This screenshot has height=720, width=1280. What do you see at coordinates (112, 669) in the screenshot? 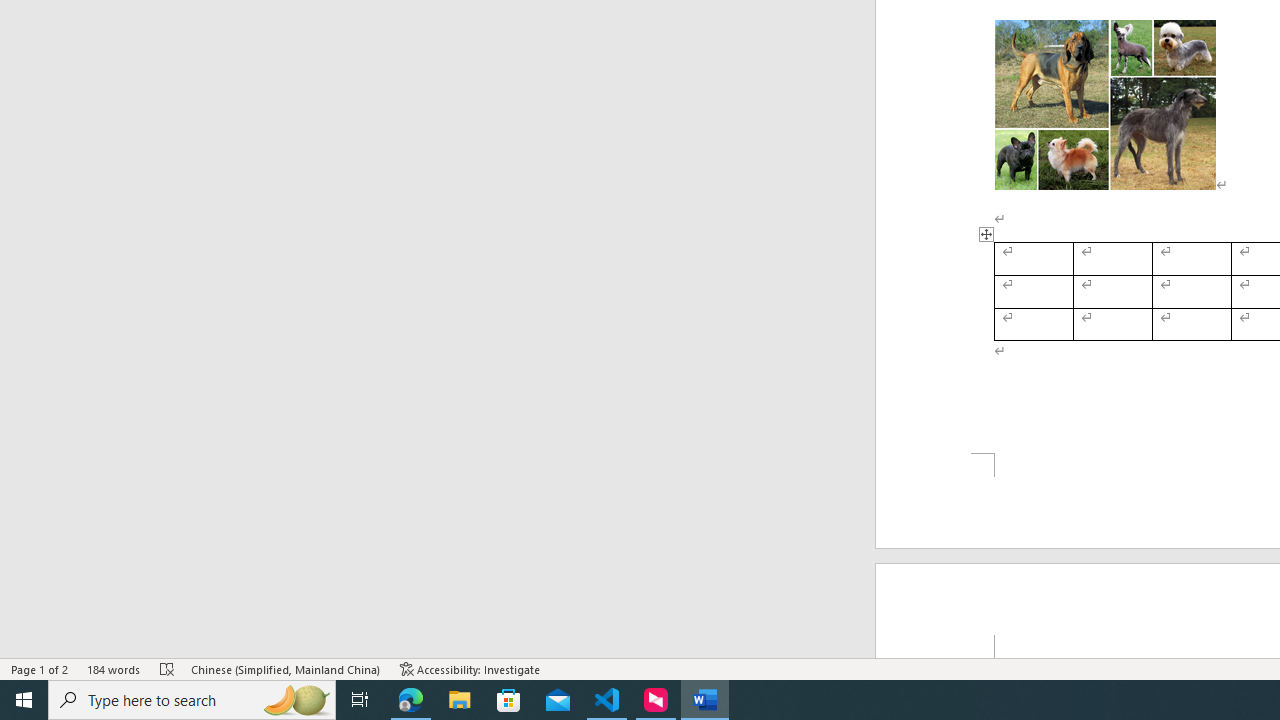
I see `'Word Count 184 words'` at bounding box center [112, 669].